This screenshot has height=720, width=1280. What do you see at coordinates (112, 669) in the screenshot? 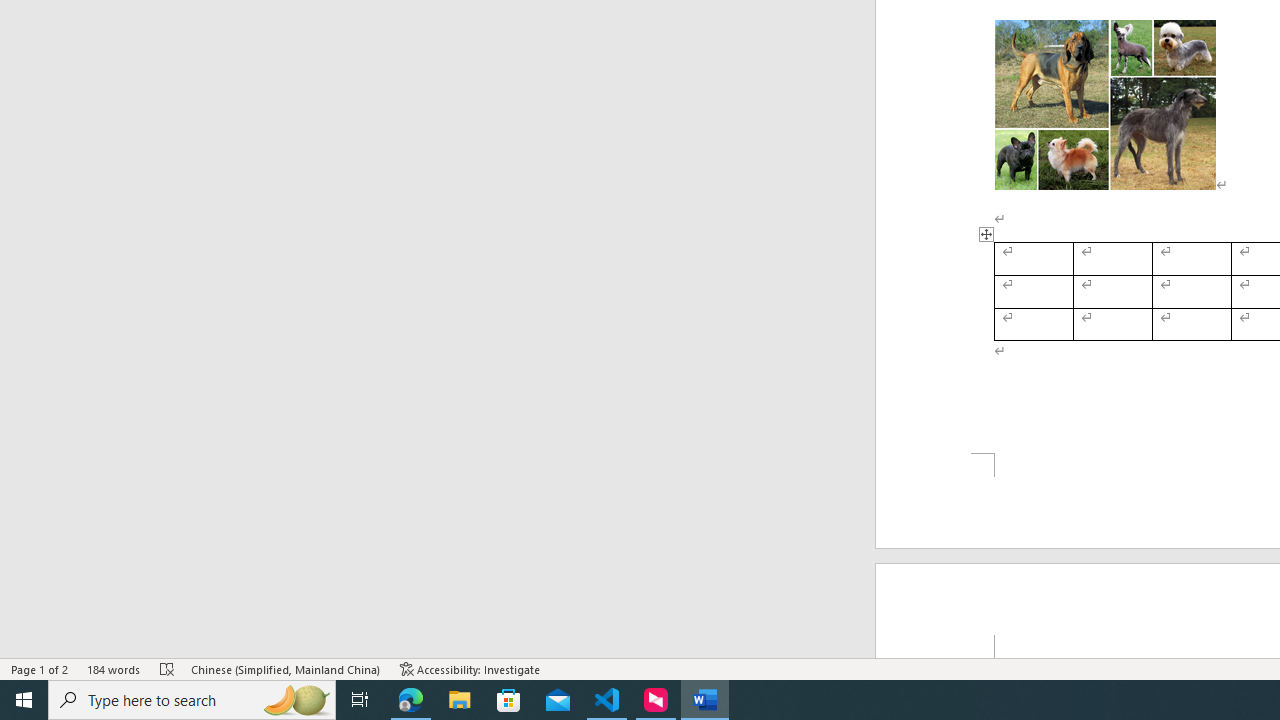
I see `'Word Count 184 words'` at bounding box center [112, 669].